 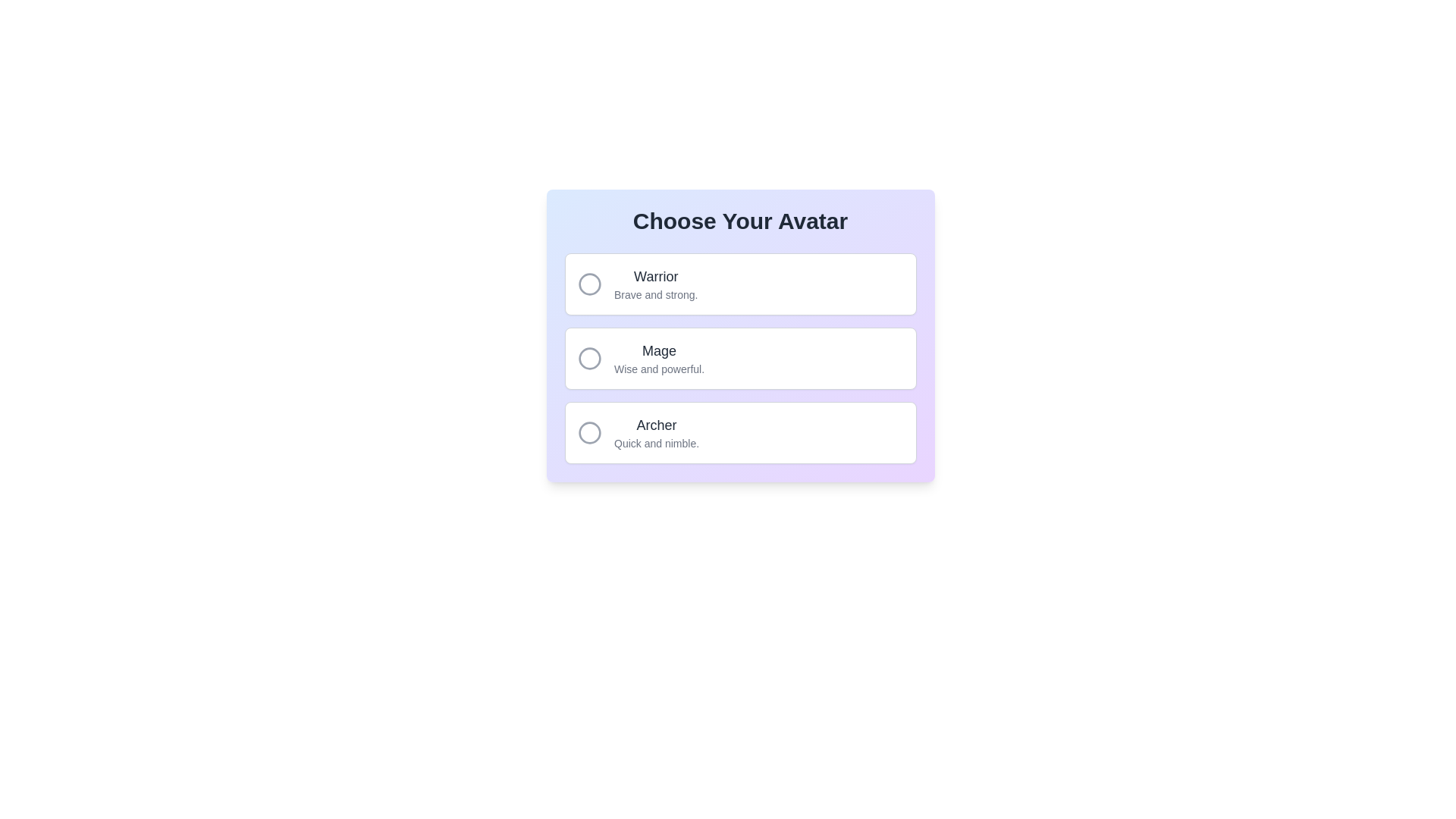 What do you see at coordinates (740, 335) in the screenshot?
I see `the 'Mage' selection card, which is the second option in the group of three selection cards under 'Choose Your Avatar'` at bounding box center [740, 335].